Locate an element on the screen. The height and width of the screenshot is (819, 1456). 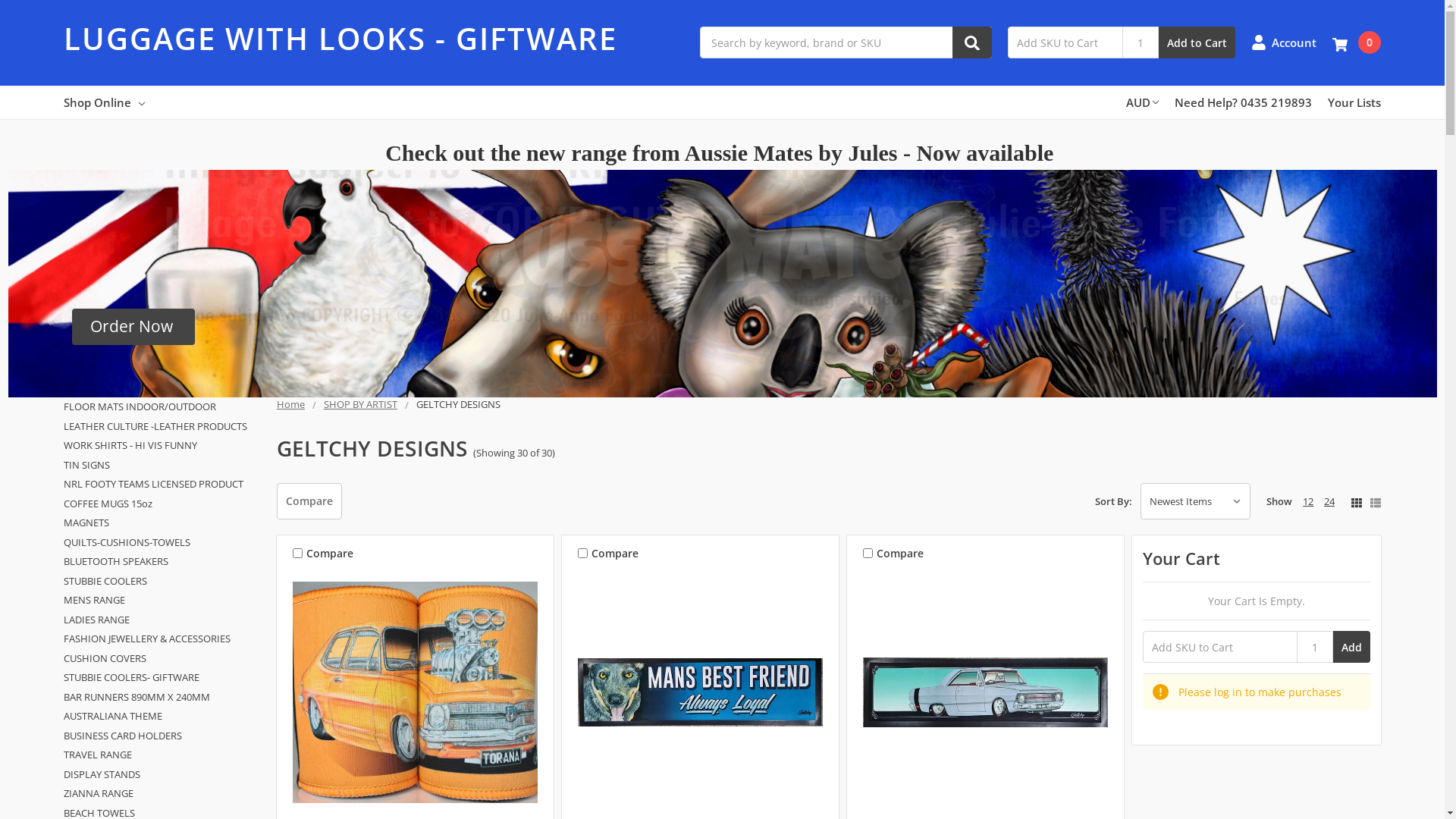
'STUBBIE COOLERS- GIFTWARE' is located at coordinates (162, 677).